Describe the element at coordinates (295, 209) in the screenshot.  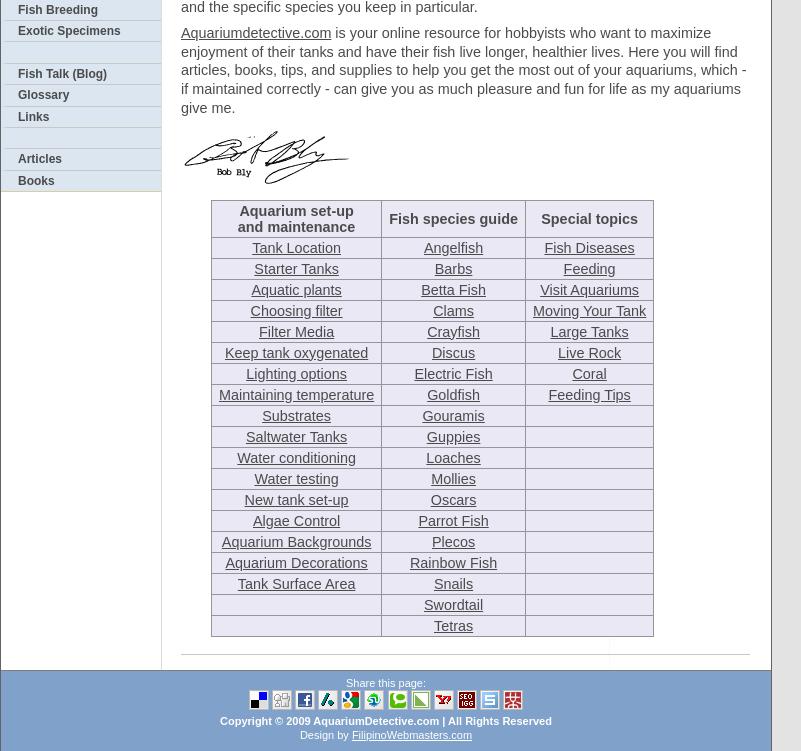
I see `'Aquarium set-up'` at that location.